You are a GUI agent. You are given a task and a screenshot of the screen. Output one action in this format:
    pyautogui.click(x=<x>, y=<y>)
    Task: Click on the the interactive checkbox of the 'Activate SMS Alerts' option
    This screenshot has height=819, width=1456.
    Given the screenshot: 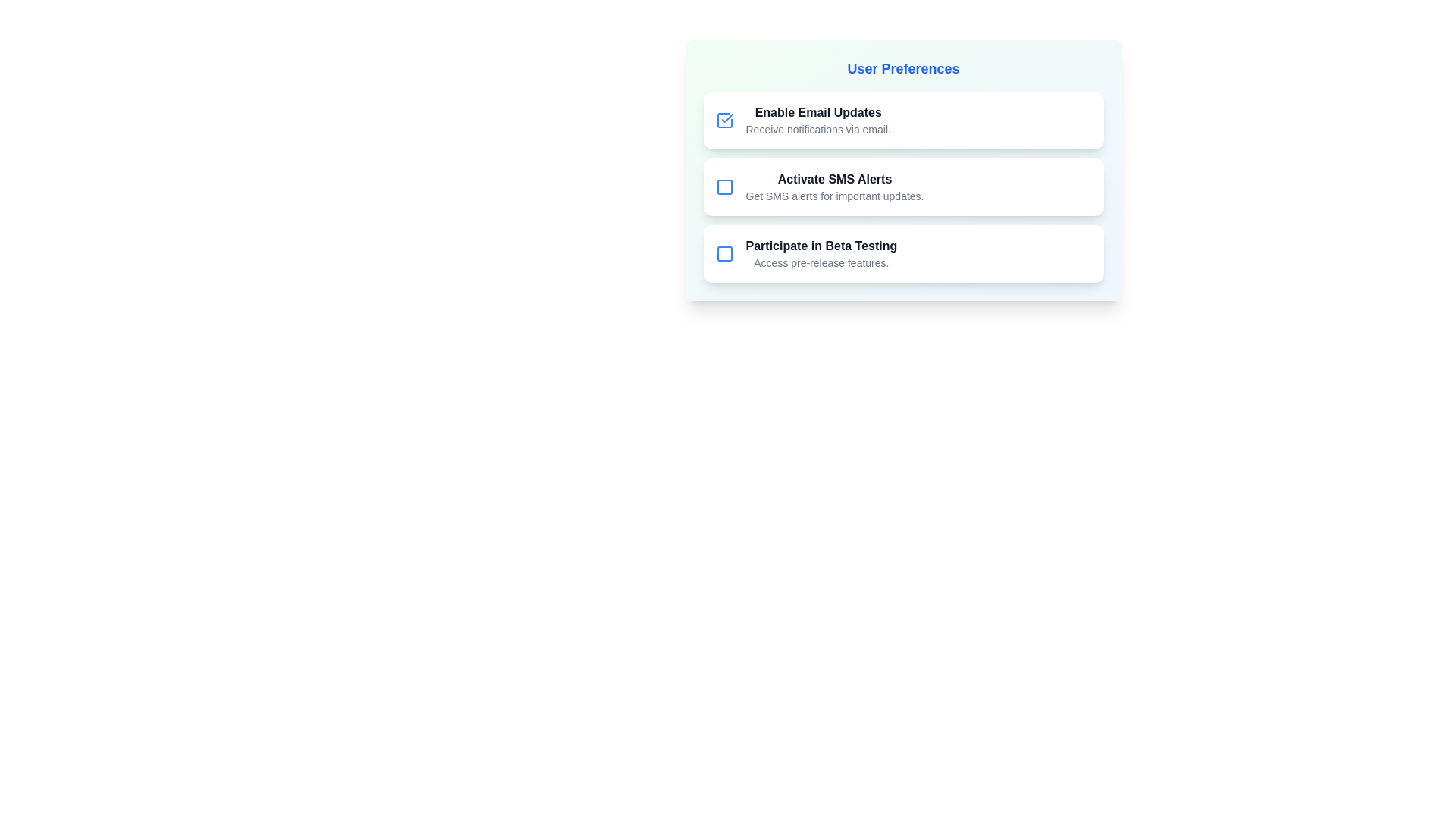 What is the action you would take?
    pyautogui.click(x=903, y=186)
    